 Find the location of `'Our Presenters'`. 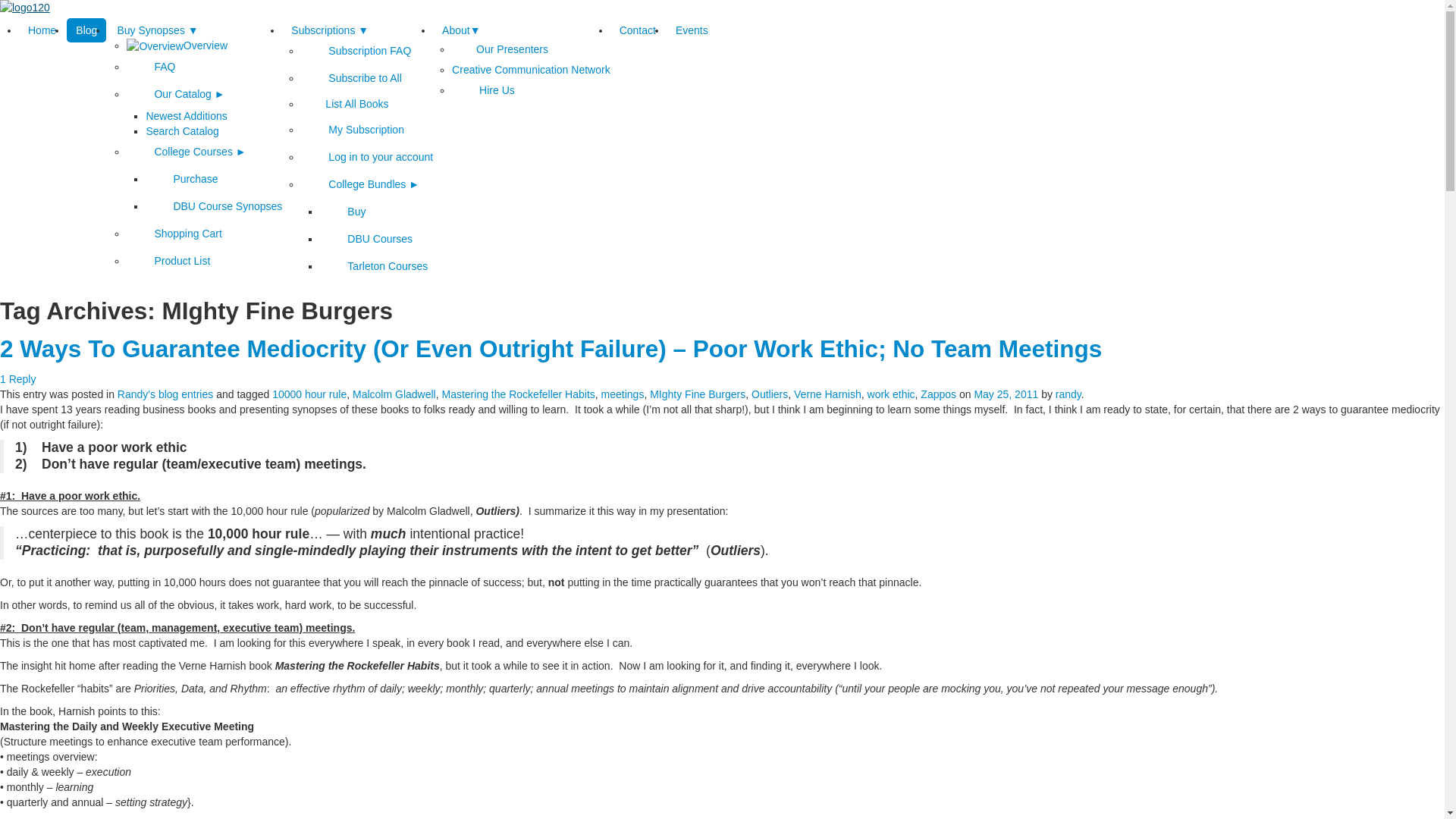

'Our Presenters' is located at coordinates (500, 49).